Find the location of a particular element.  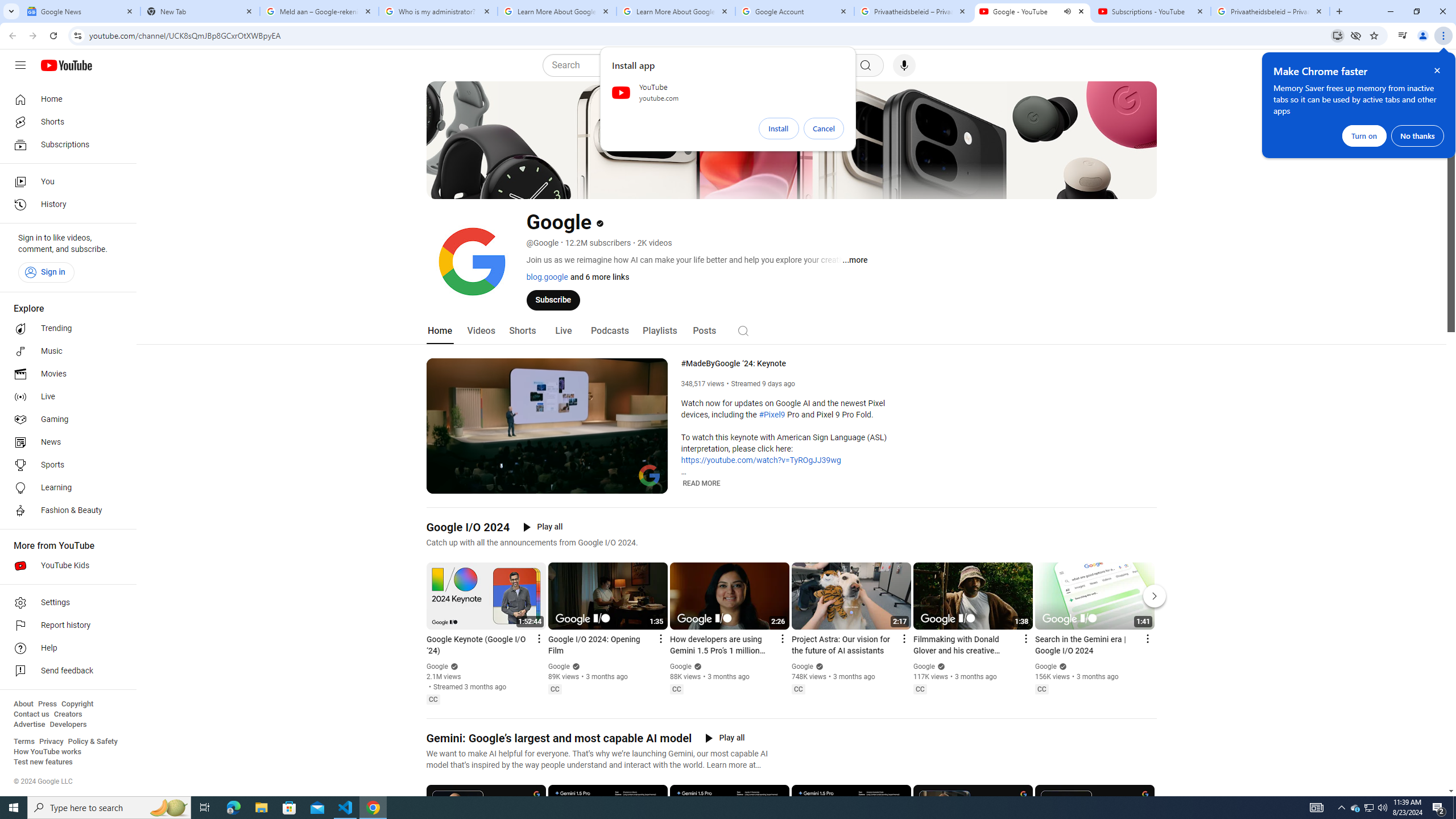

'Send feedback' is located at coordinates (64, 671).